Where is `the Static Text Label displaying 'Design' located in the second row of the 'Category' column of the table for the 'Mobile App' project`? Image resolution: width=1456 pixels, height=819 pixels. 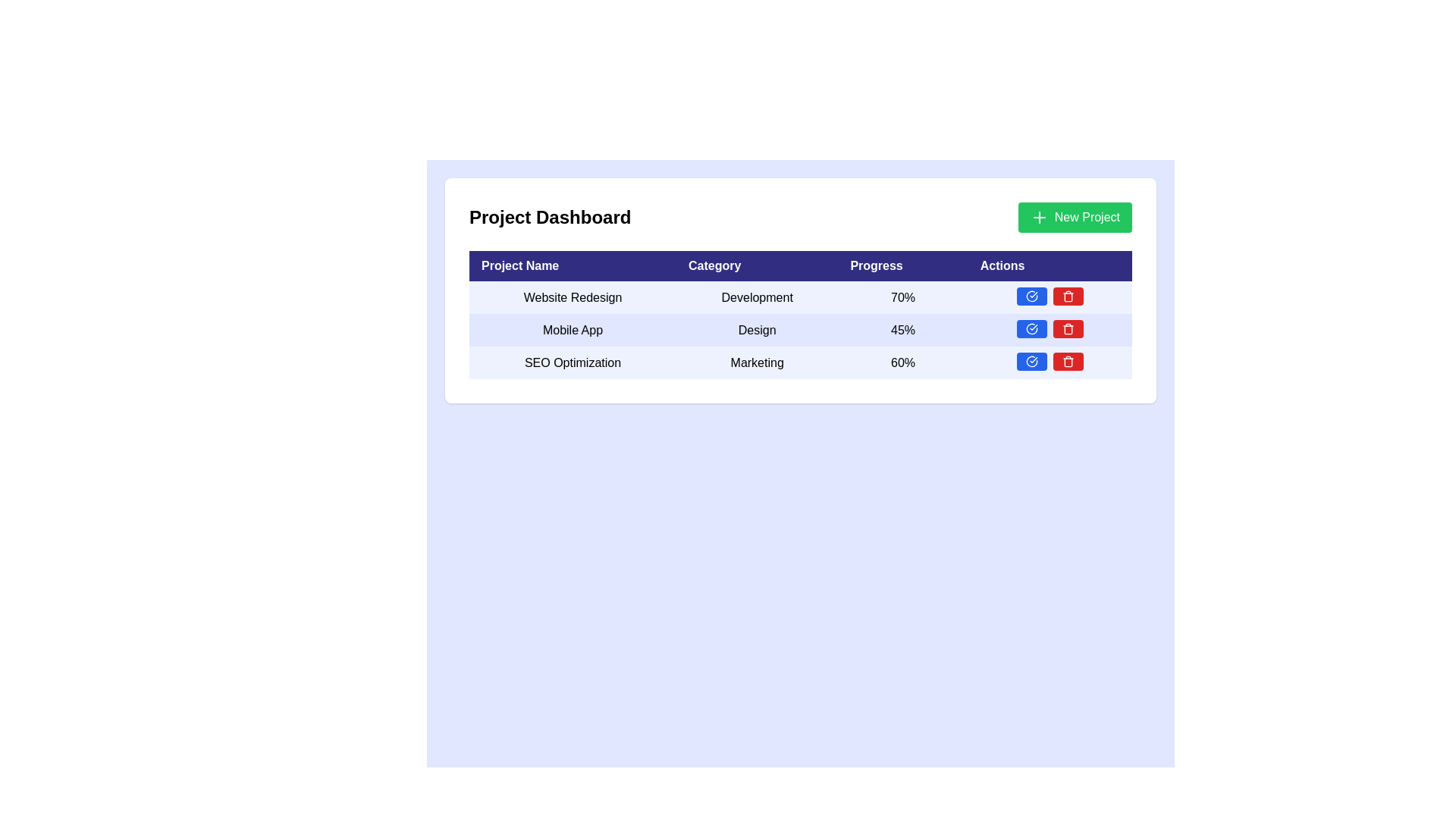
the Static Text Label displaying 'Design' located in the second row of the 'Category' column of the table for the 'Mobile App' project is located at coordinates (757, 329).